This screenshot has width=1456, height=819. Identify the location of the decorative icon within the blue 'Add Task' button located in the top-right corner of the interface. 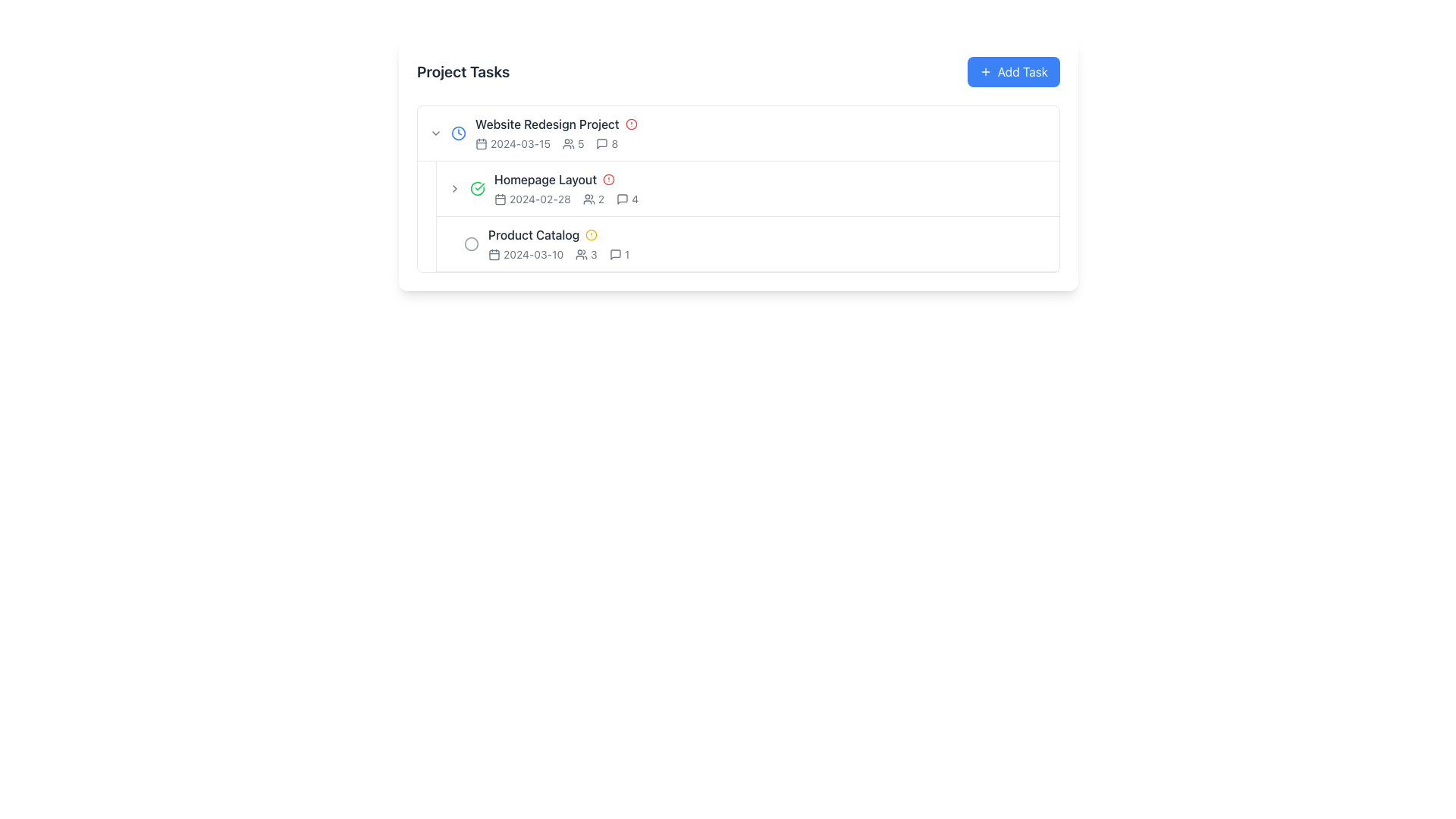
(985, 72).